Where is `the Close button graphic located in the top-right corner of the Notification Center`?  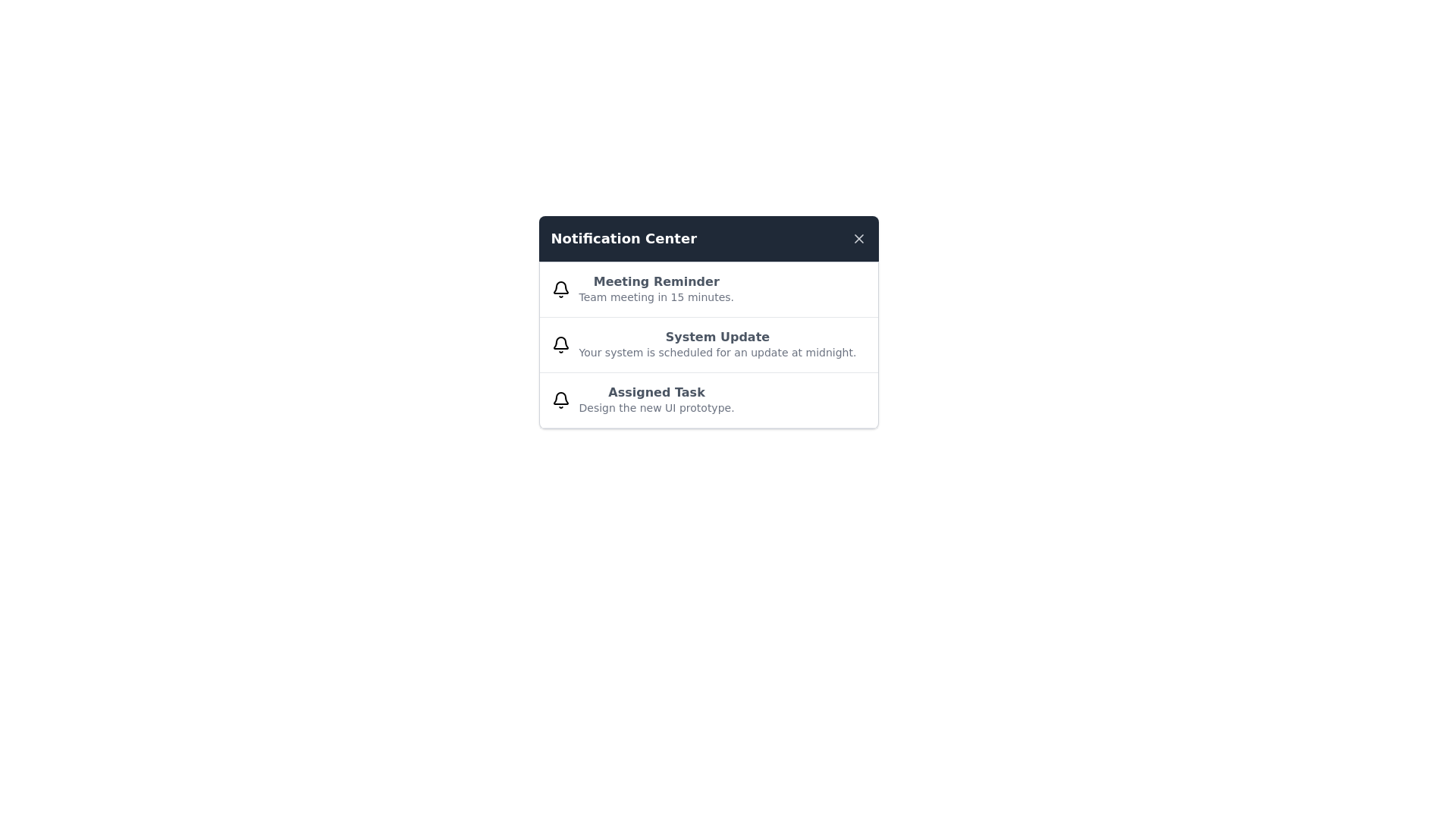 the Close button graphic located in the top-right corner of the Notification Center is located at coordinates (858, 239).